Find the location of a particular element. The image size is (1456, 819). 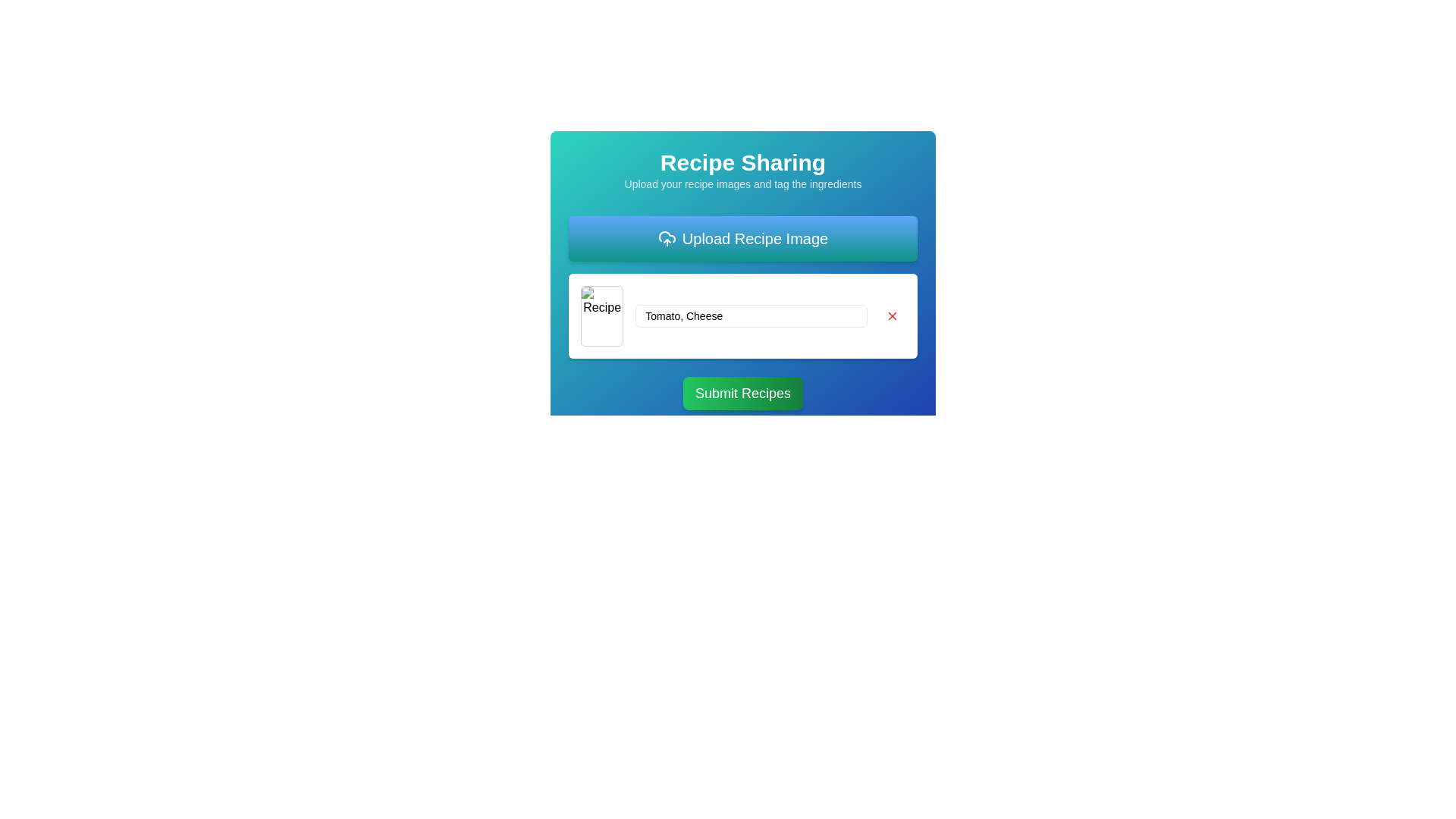

the Text block that serves as the title and description for the recipe sharing feature, which is located above the 'Upload Recipe Image' button is located at coordinates (742, 170).